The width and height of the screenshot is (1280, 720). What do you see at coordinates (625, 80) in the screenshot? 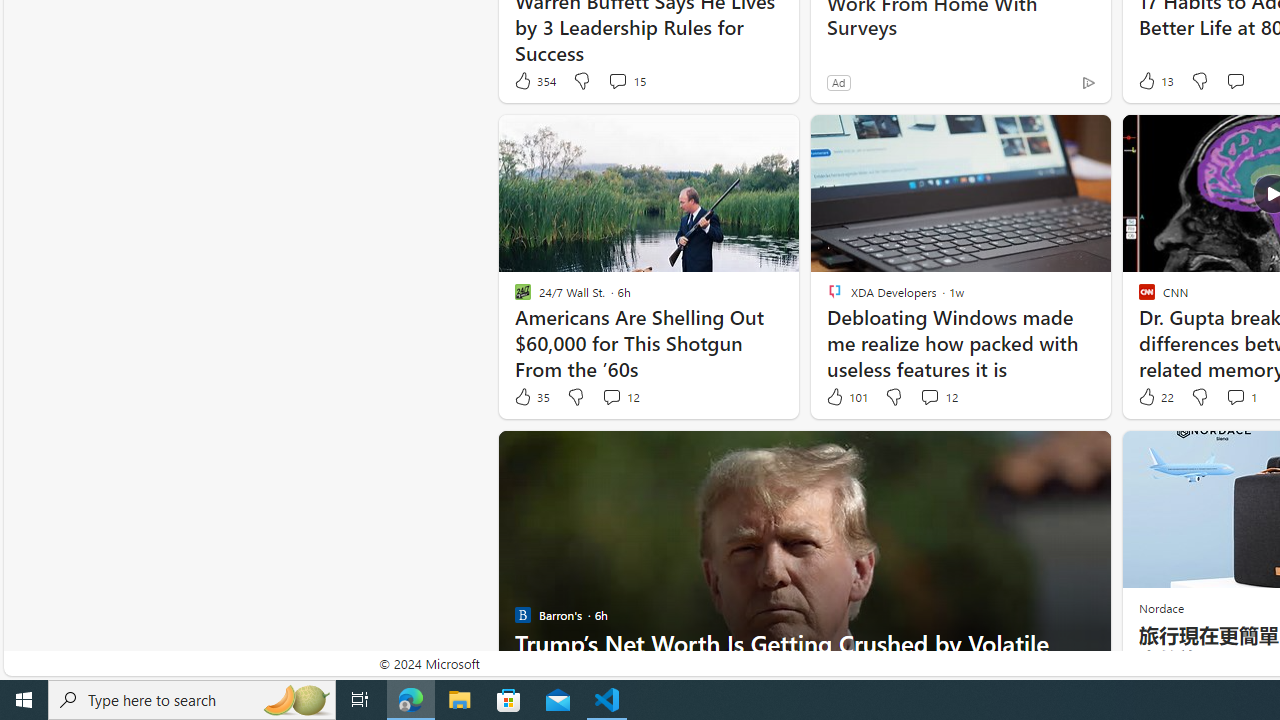
I see `'View comments 15 Comment'` at bounding box center [625, 80].